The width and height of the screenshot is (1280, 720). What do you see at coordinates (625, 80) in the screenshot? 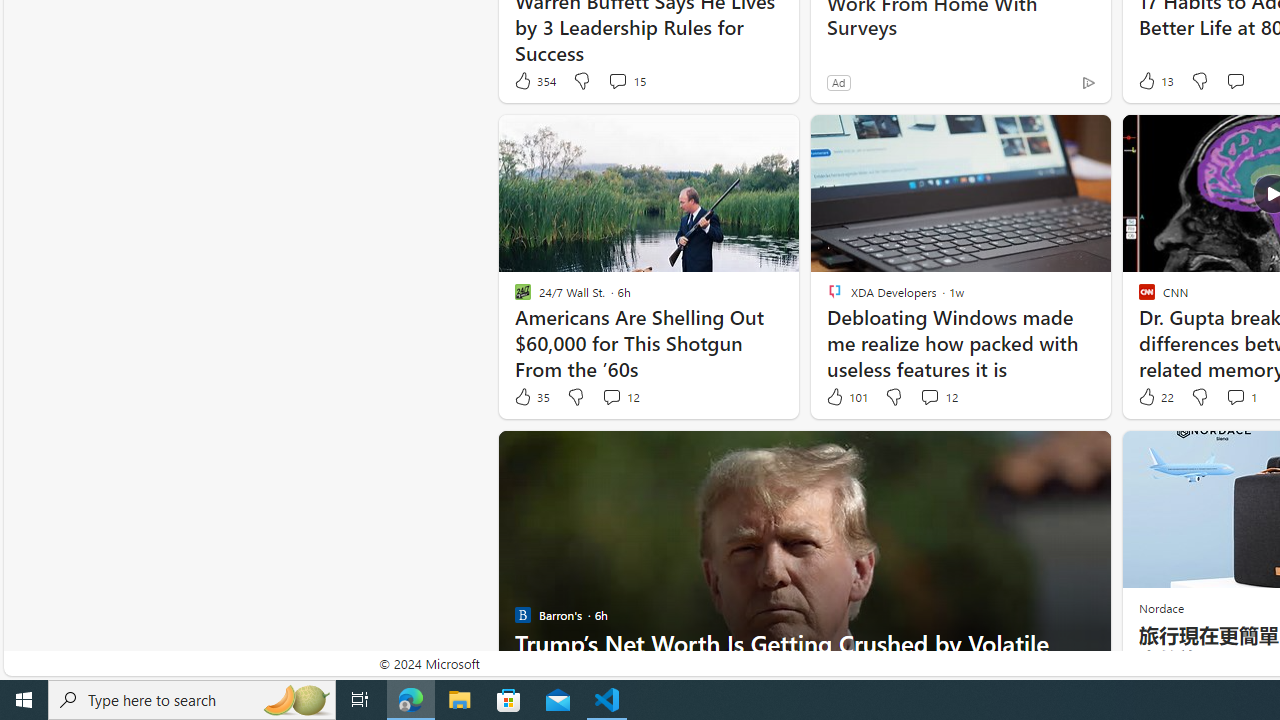
I see `'View comments 15 Comment'` at bounding box center [625, 80].